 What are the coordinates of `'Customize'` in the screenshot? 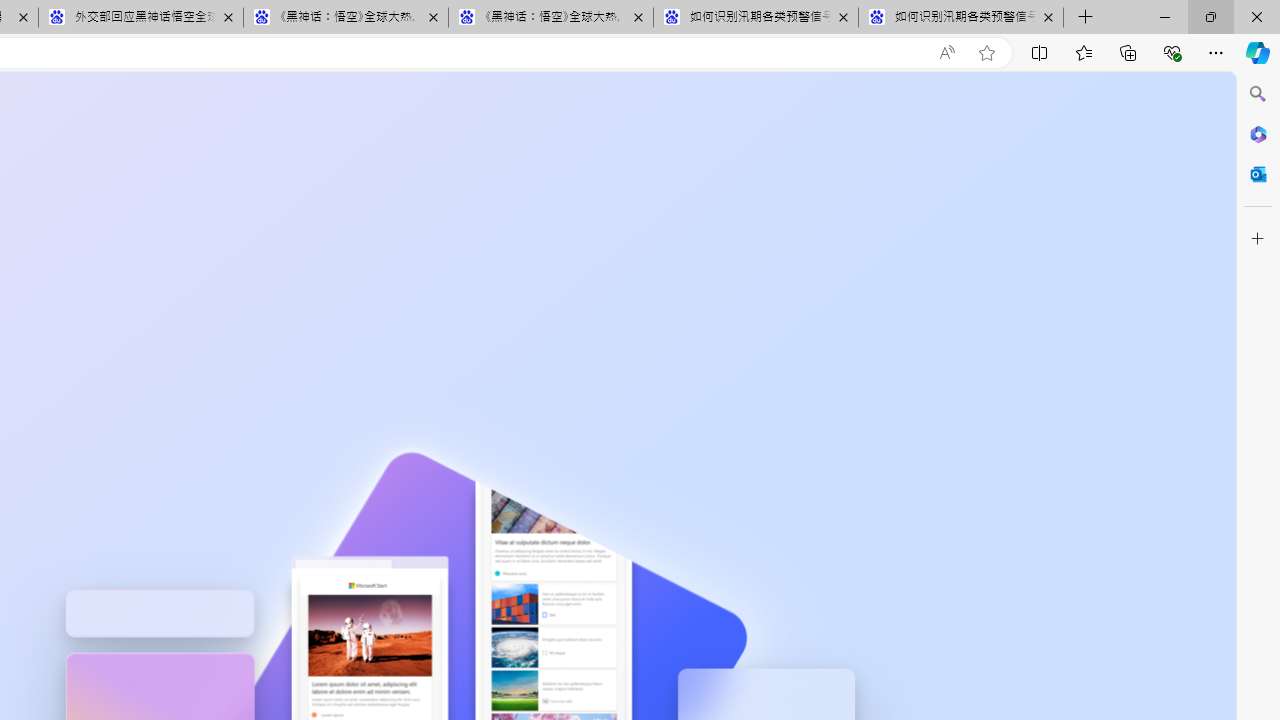 It's located at (1257, 238).